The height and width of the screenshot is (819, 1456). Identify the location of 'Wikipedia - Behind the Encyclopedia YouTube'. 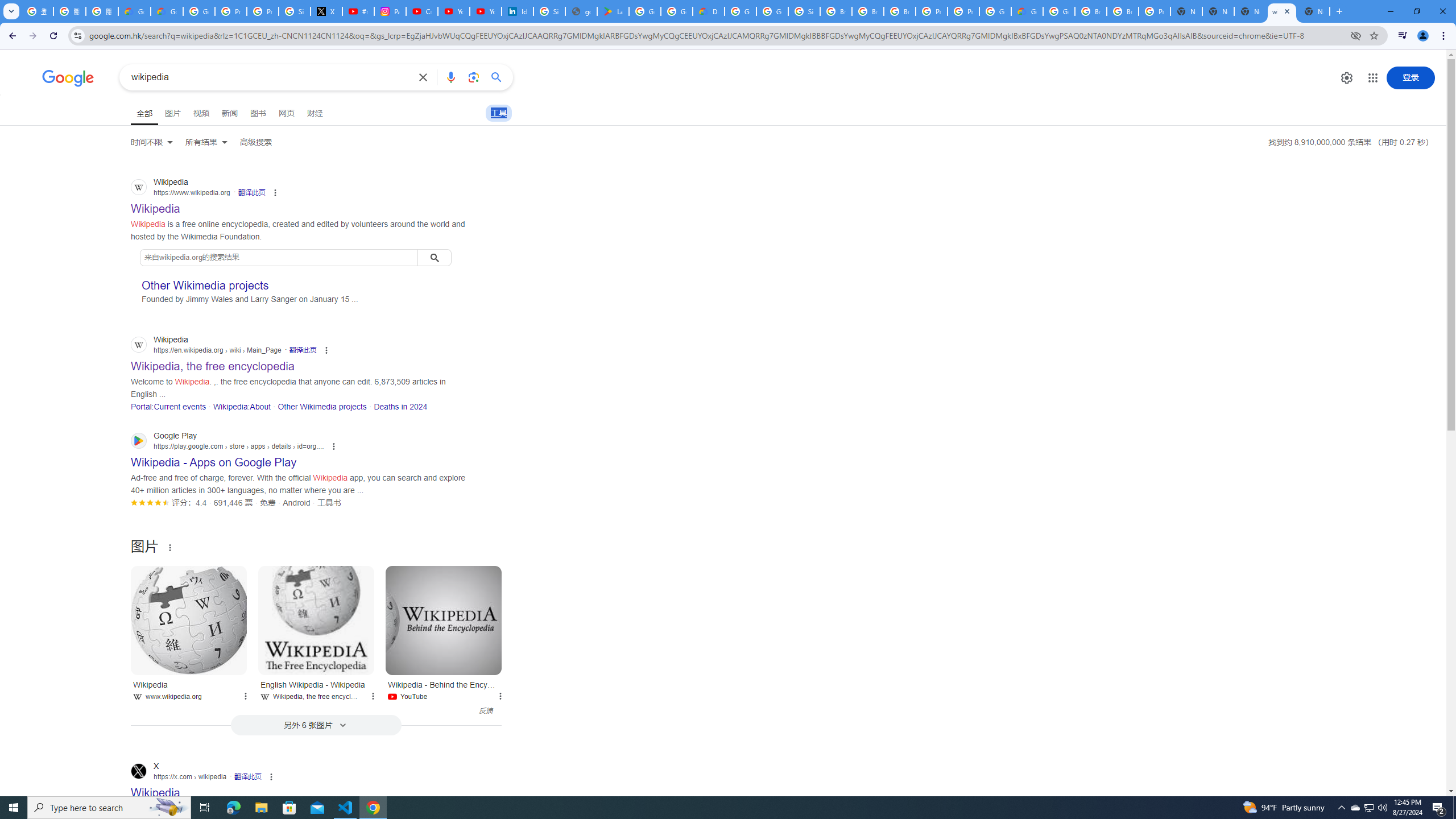
(443, 688).